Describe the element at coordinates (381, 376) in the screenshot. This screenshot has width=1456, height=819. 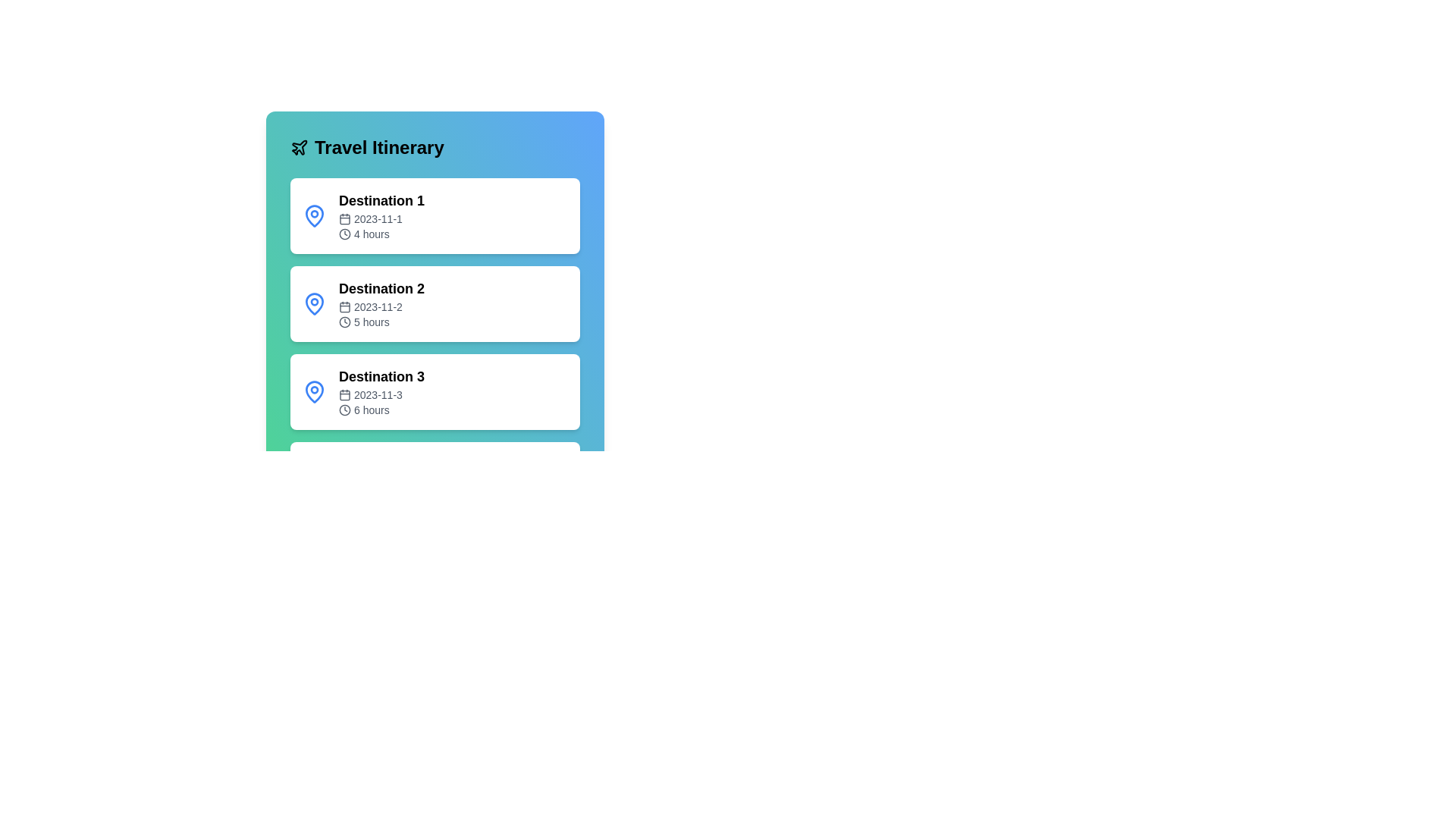
I see `the static text label indicating the travel destination name, which is the top text inside the third card of the vertical list in the travel itinerary interface` at that location.